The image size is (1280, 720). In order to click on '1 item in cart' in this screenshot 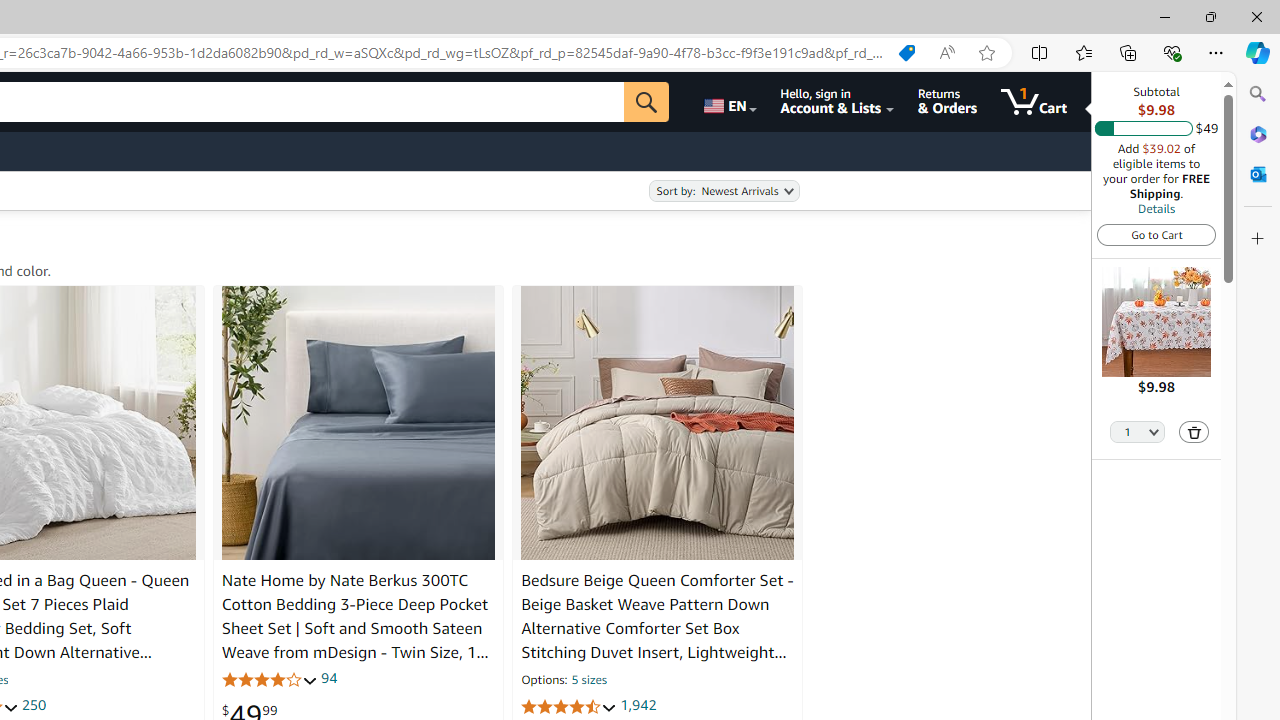, I will do `click(1034, 101)`.